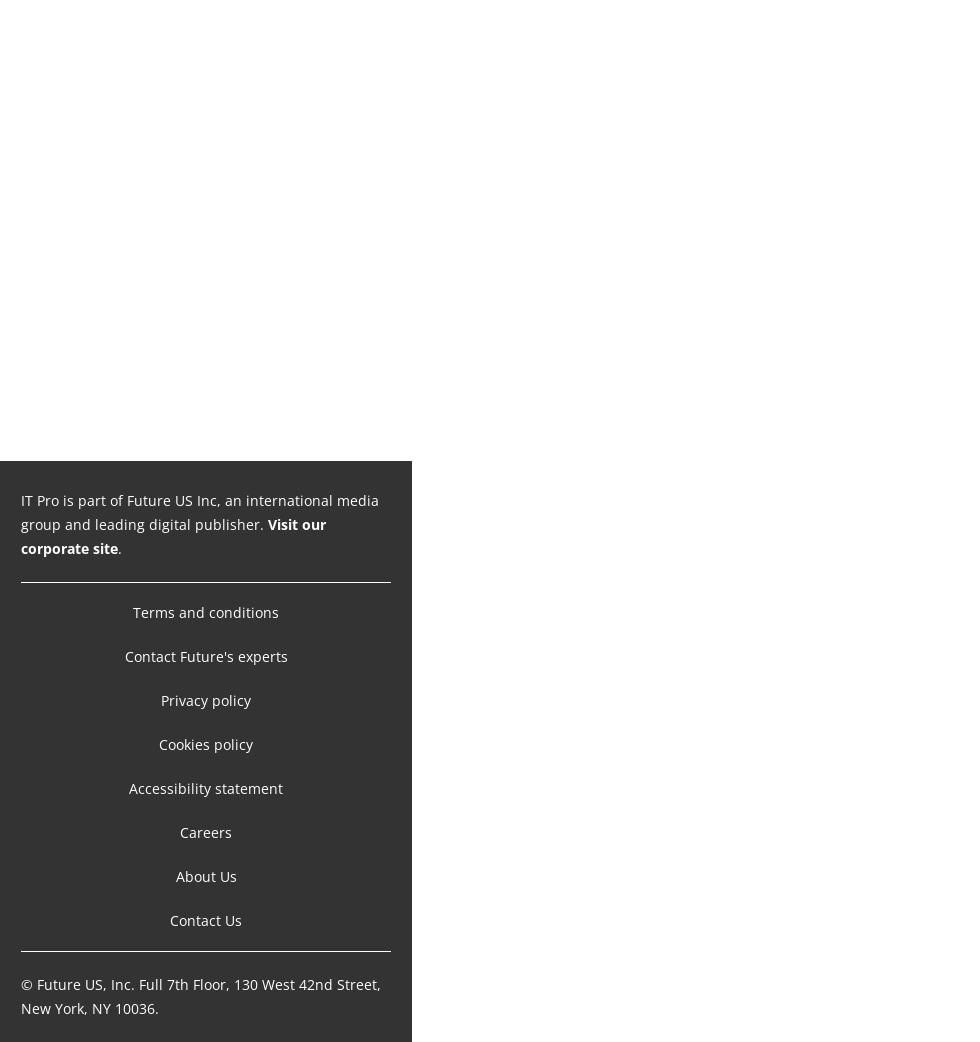 This screenshot has height=1042, width=980. What do you see at coordinates (173, 535) in the screenshot?
I see `'Visit our corporate site'` at bounding box center [173, 535].